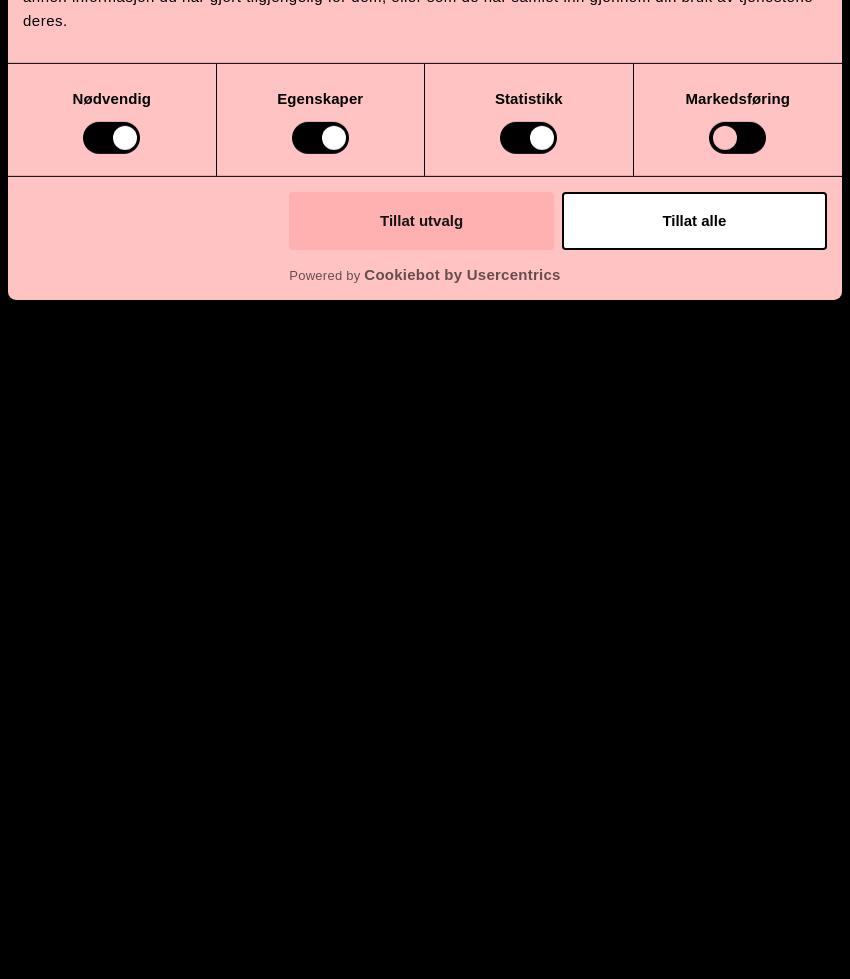 This screenshot has width=850, height=979. What do you see at coordinates (358, 136) in the screenshot?
I see `','` at bounding box center [358, 136].